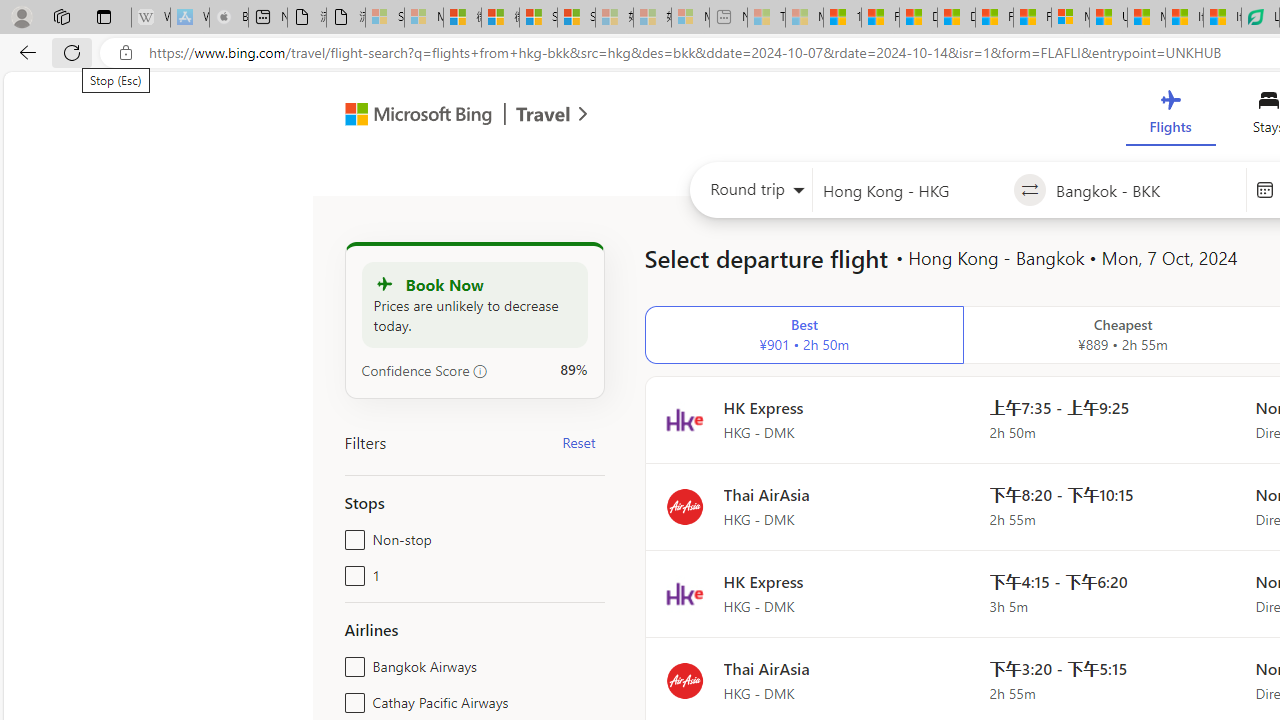  Describe the element at coordinates (150, 17) in the screenshot. I see `'Wikipedia - Sleeping'` at that location.